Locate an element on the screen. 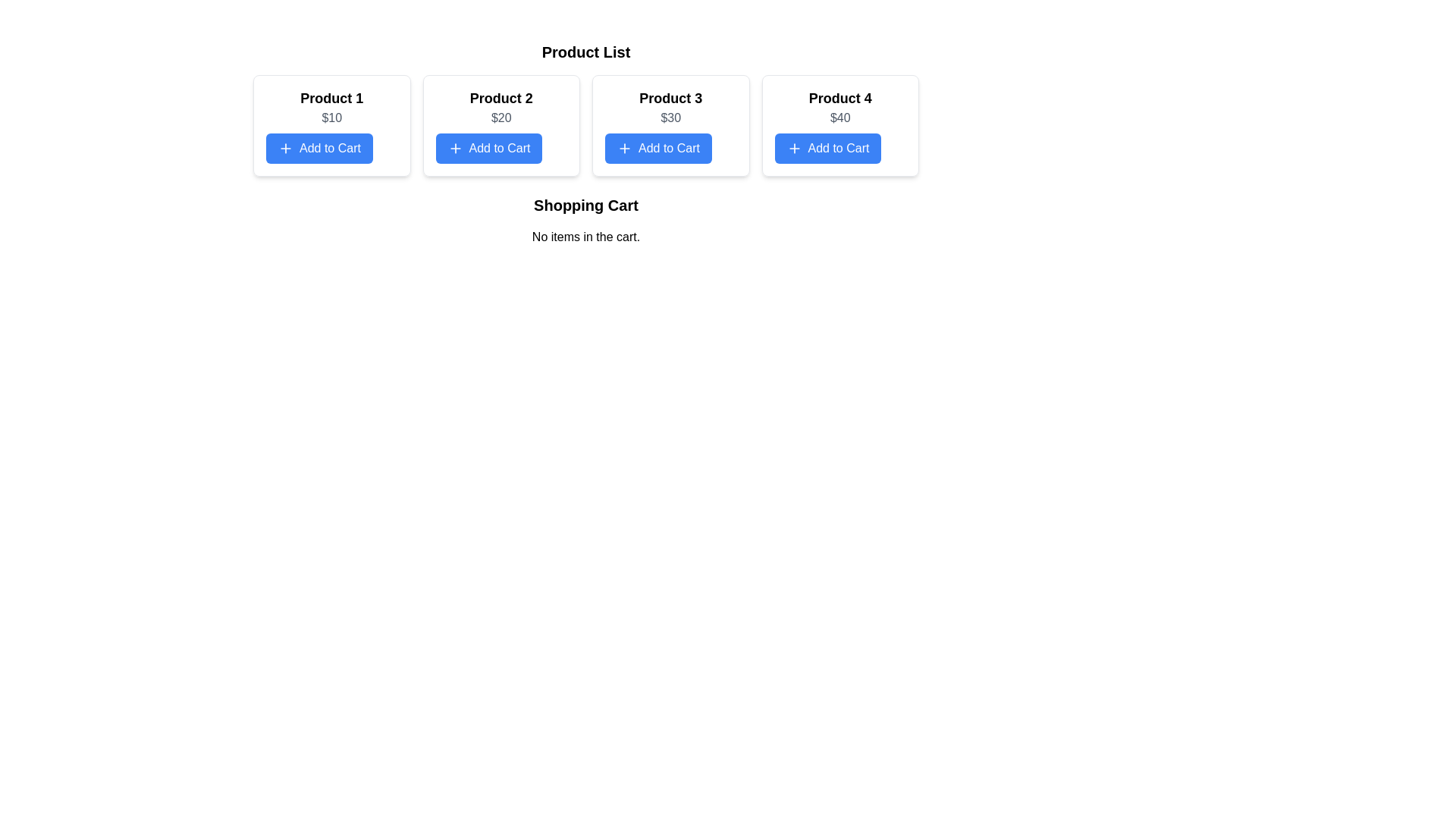 The width and height of the screenshot is (1456, 819). the label displaying the text "$30" in gray color, which is located in the product card for "Product 3", positioned below the title and above the "Add to Cart" button is located at coordinates (670, 117).